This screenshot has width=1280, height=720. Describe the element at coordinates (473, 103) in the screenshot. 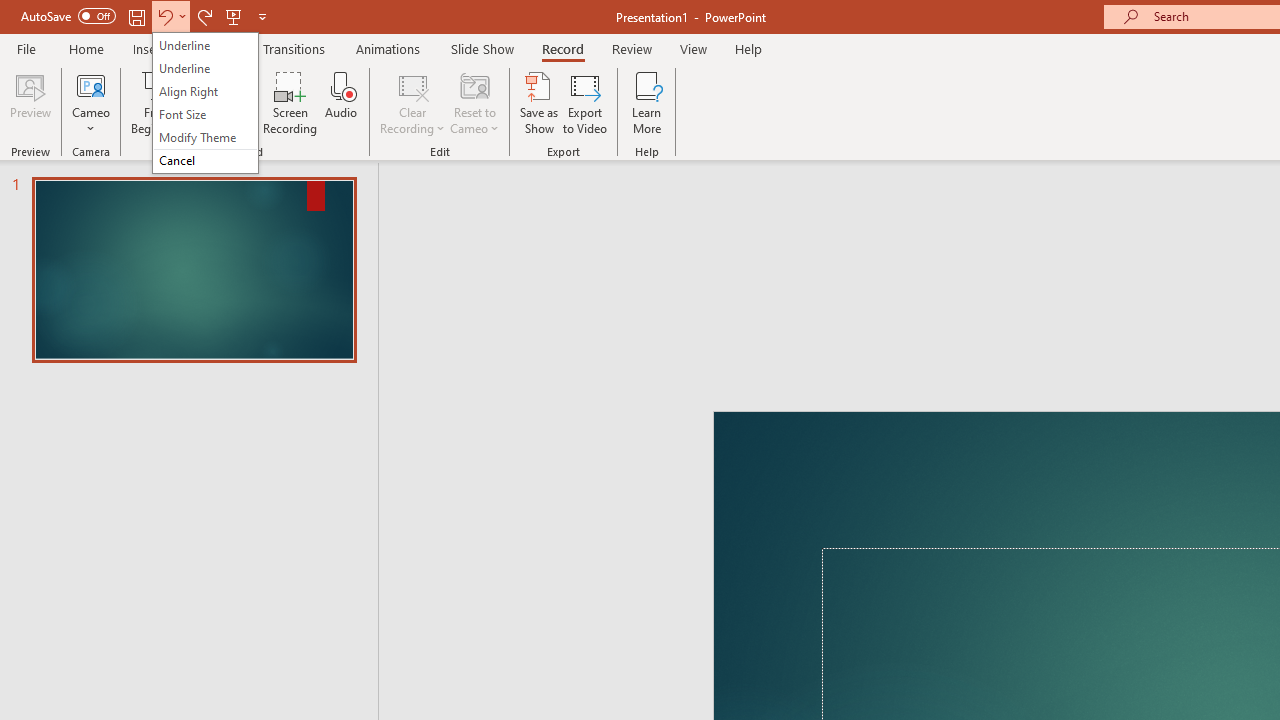

I see `'Reset to Cameo'` at that location.